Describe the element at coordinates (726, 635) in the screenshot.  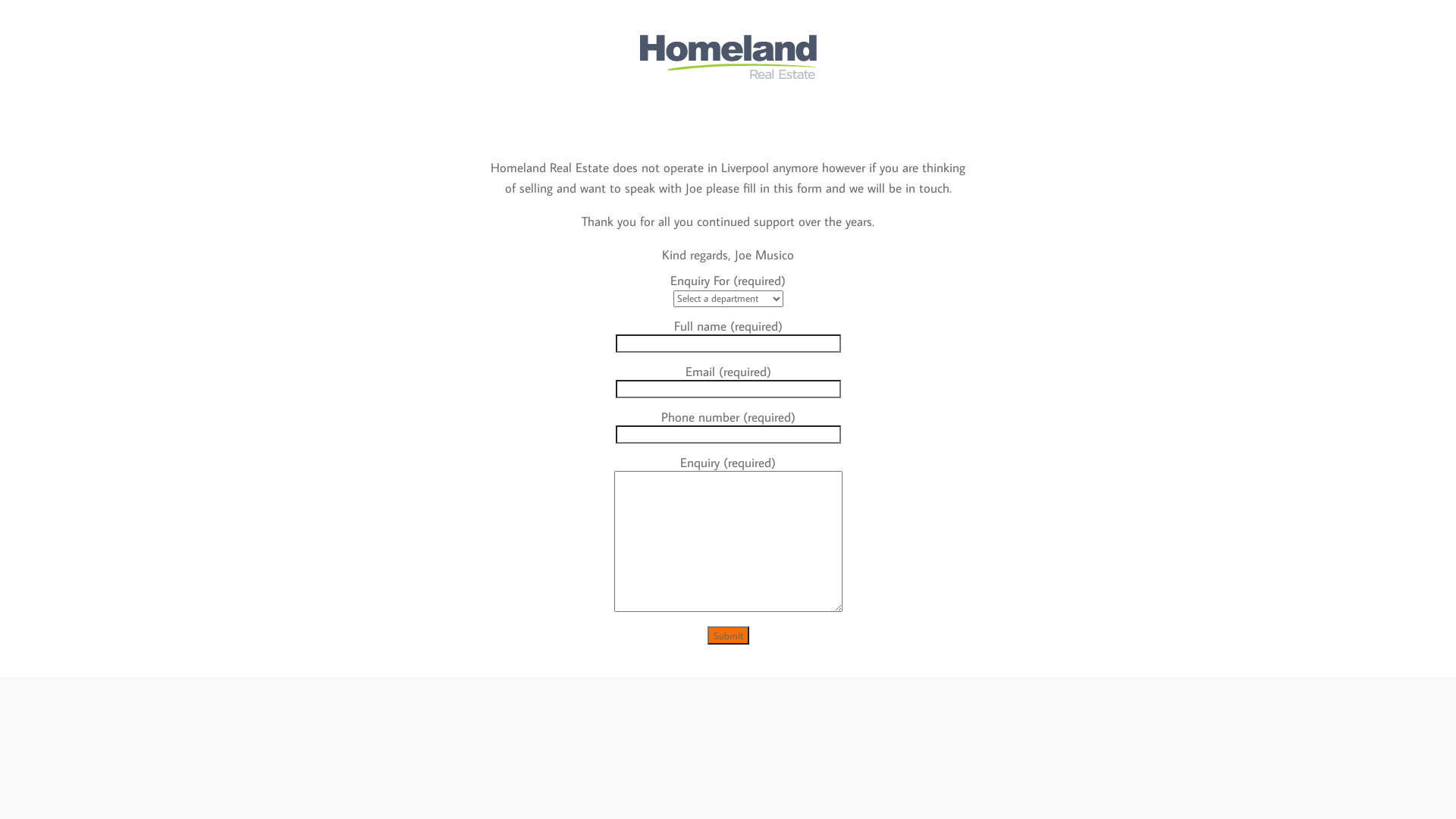
I see `'Submit'` at that location.